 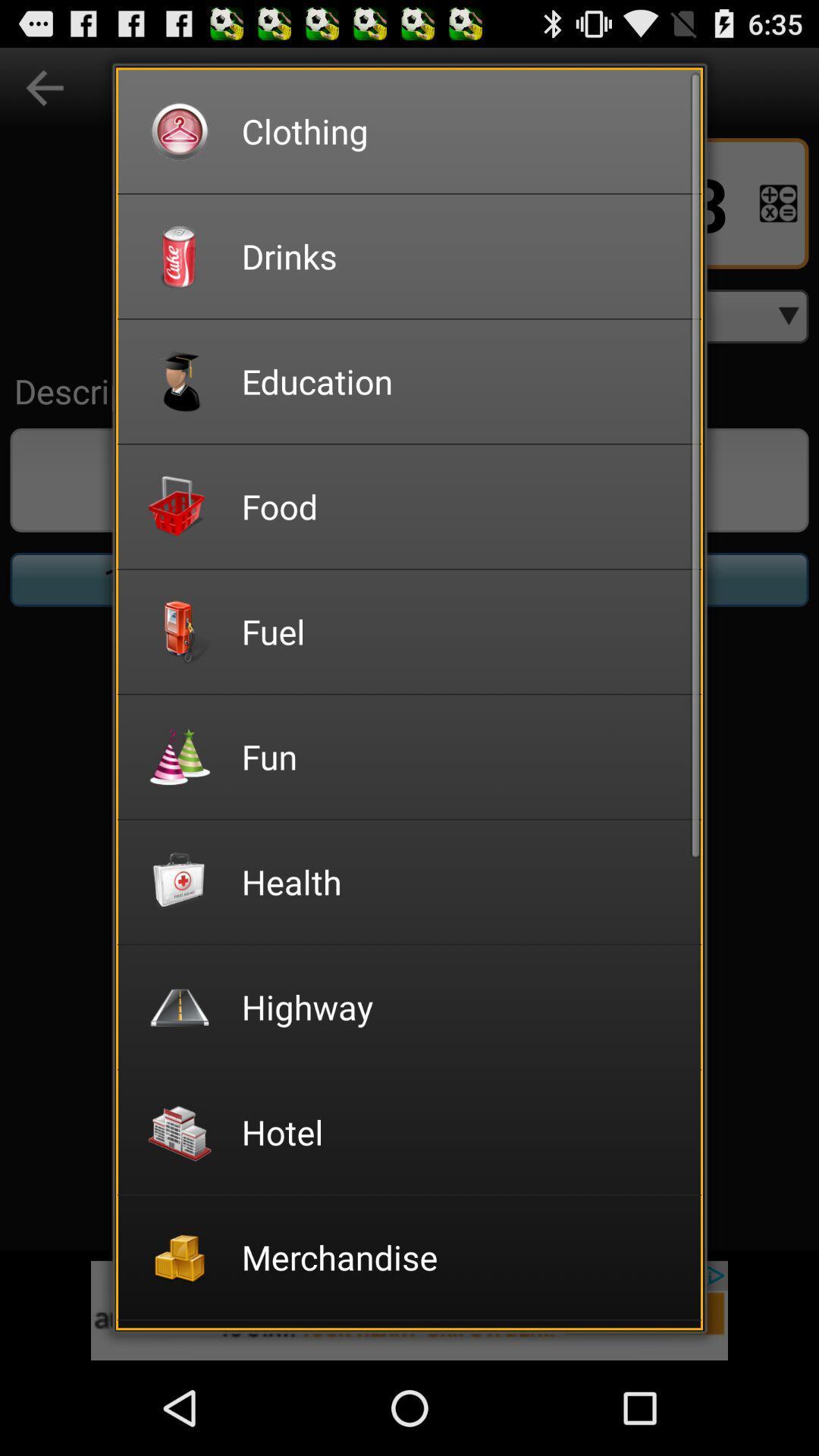 What do you see at coordinates (460, 631) in the screenshot?
I see `fuel item` at bounding box center [460, 631].